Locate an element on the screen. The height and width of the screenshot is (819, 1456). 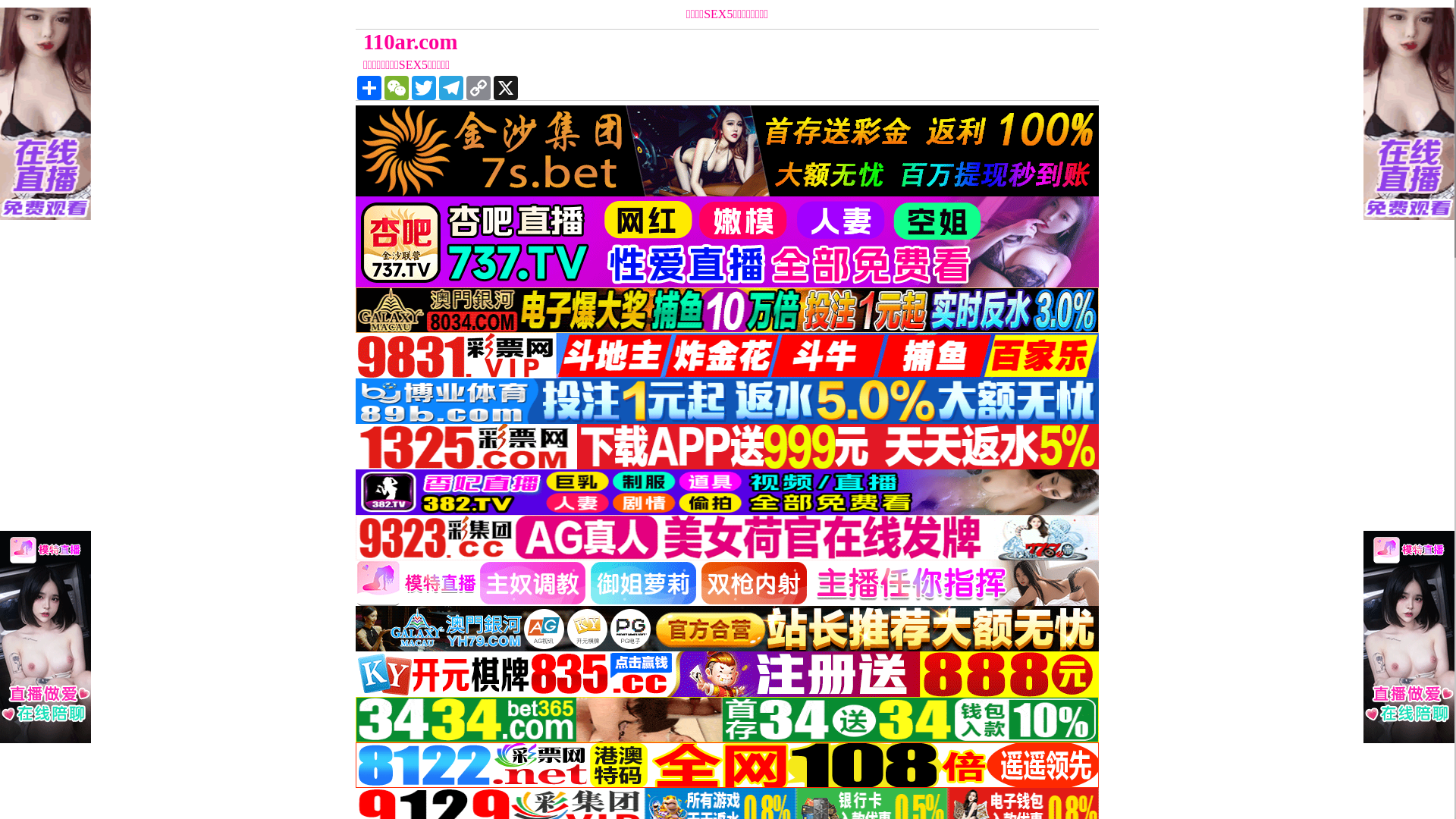
'110ar.com' is located at coordinates (634, 41).